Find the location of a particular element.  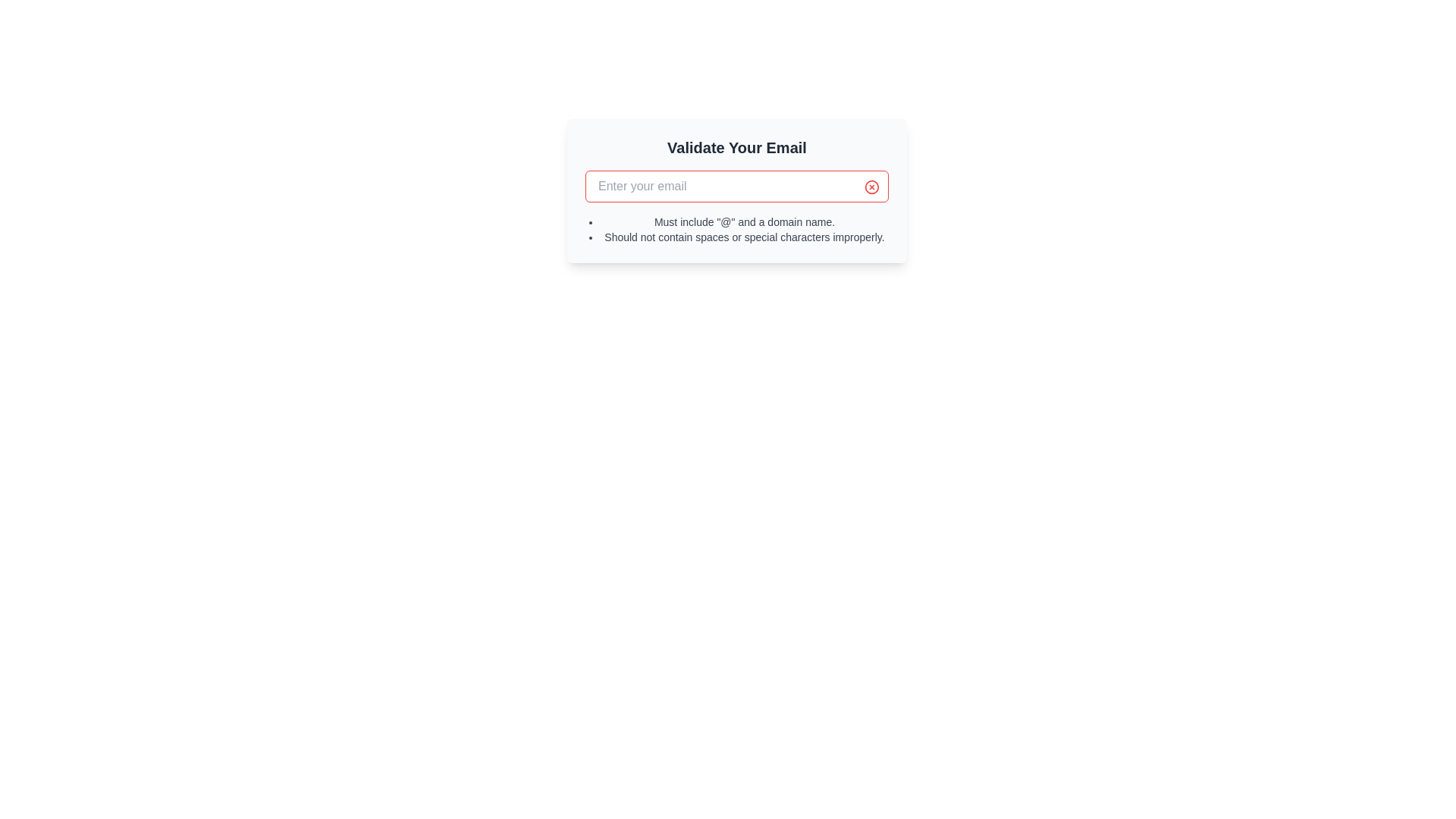

the decorative graphical element (circle) located at the top-right corner of the email input field's text box is located at coordinates (872, 186).